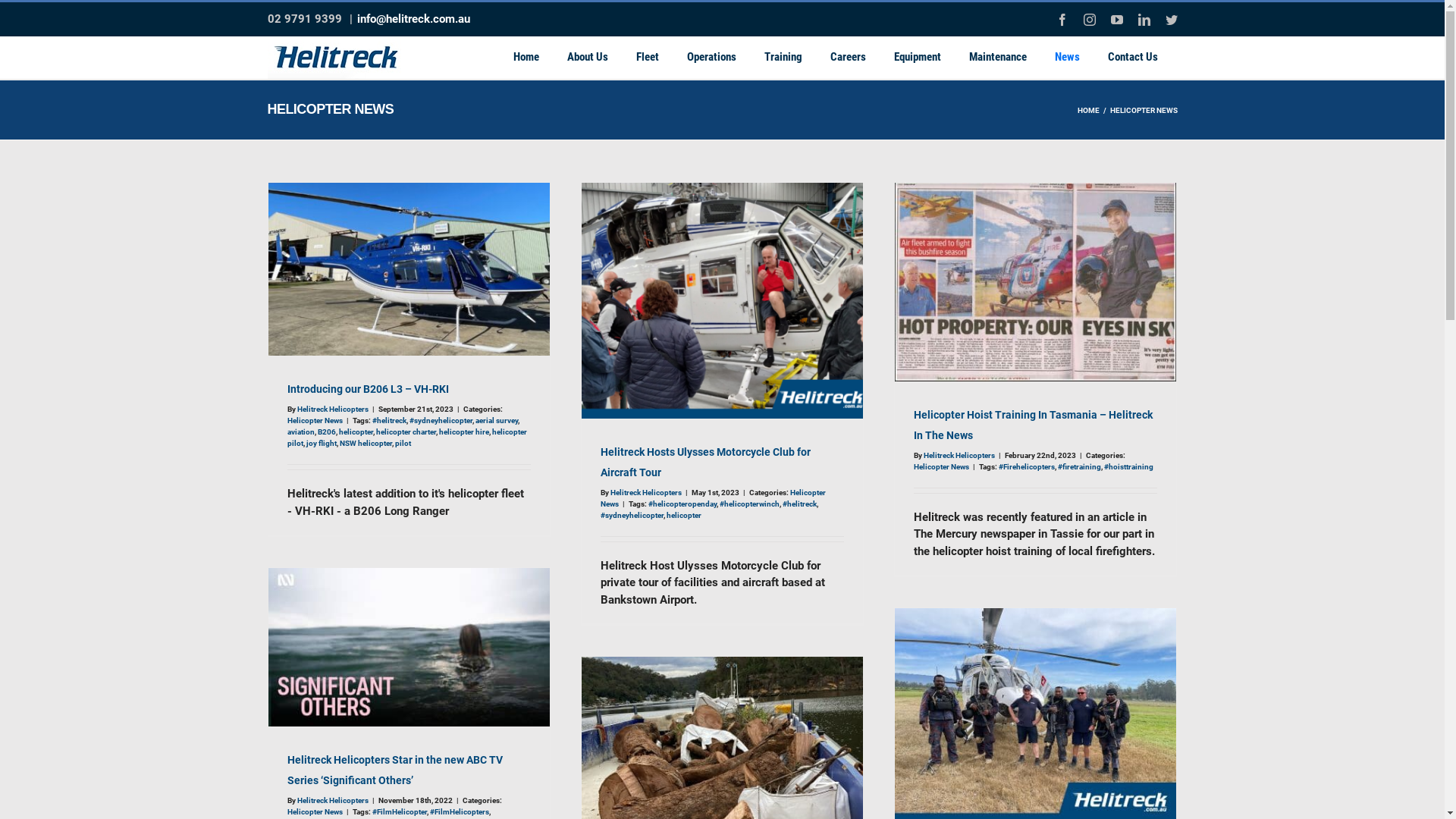 This screenshot has height=819, width=1456. What do you see at coordinates (413, 18) in the screenshot?
I see `'info@helitreck.com.au'` at bounding box center [413, 18].